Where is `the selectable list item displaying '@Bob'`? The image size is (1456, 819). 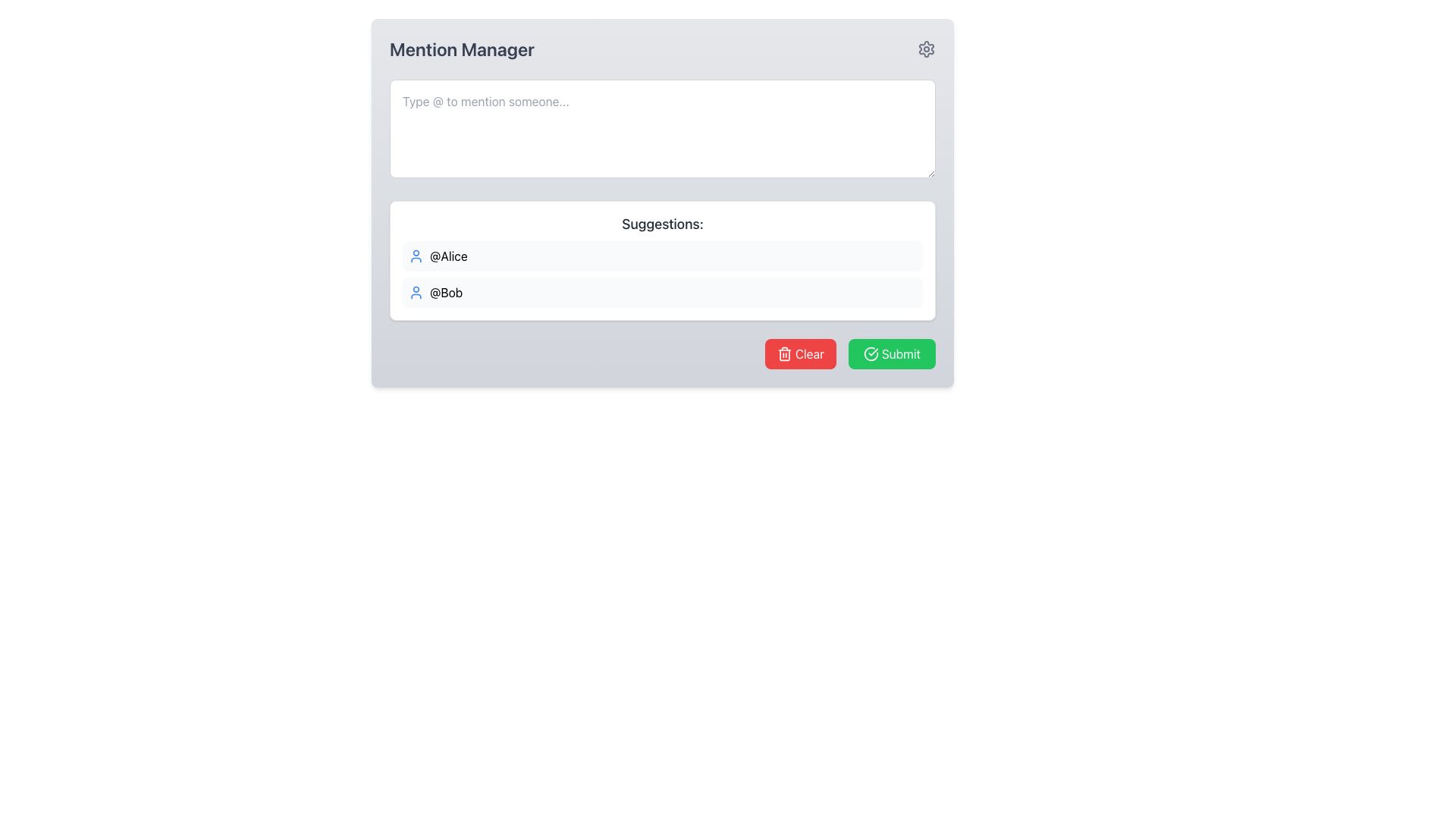 the selectable list item displaying '@Bob' is located at coordinates (662, 292).